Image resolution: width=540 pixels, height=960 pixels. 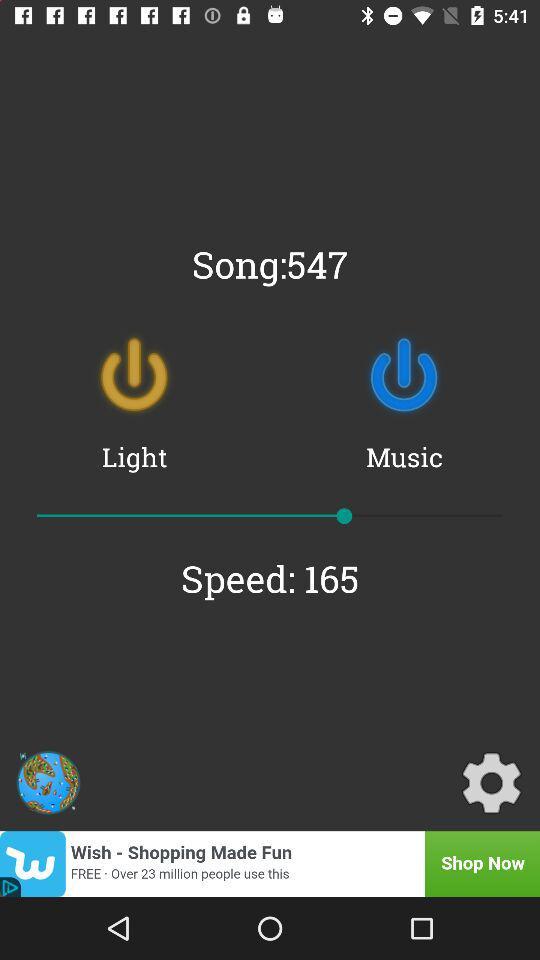 What do you see at coordinates (134, 374) in the screenshot?
I see `item above the light` at bounding box center [134, 374].